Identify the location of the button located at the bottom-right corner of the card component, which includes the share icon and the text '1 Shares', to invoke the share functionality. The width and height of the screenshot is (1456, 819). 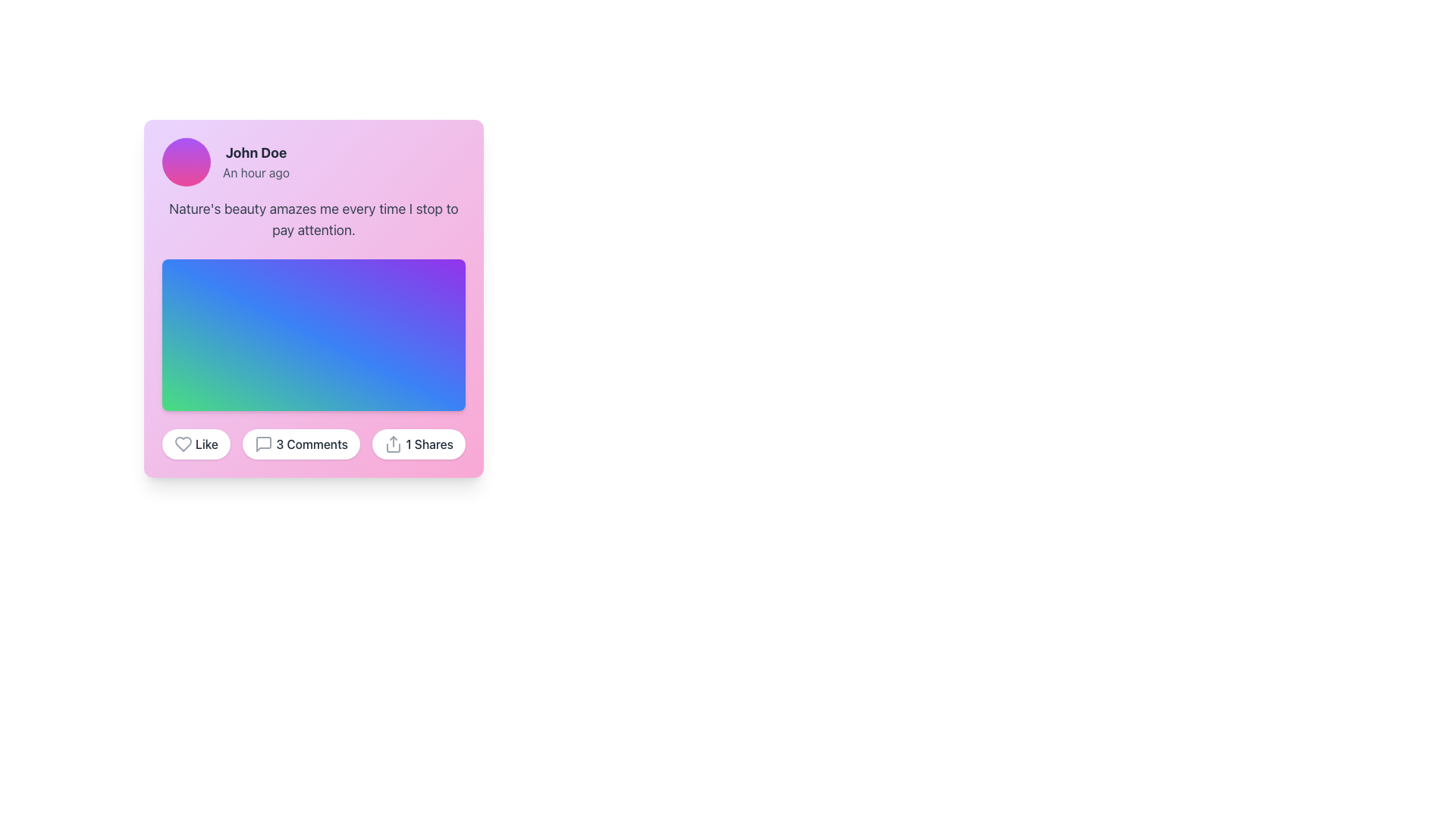
(394, 444).